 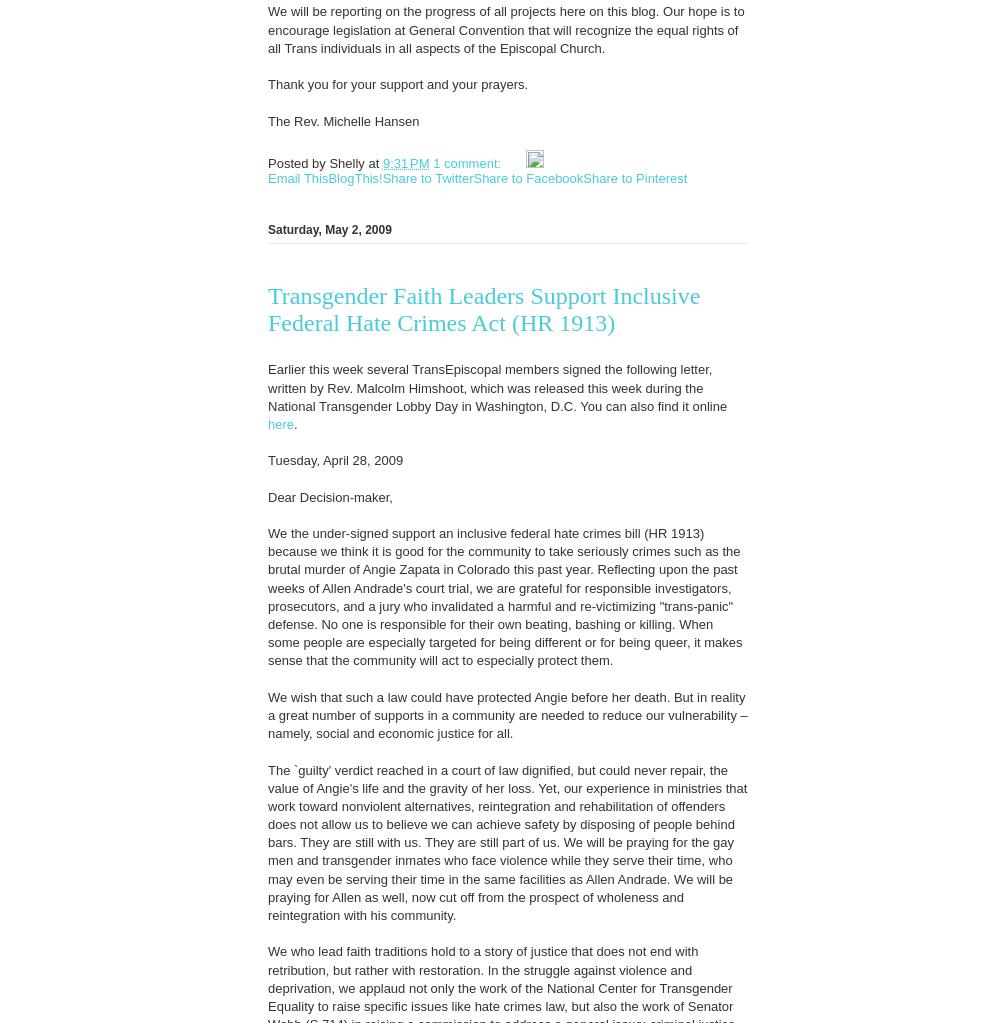 I want to click on 'at', so click(x=374, y=163).